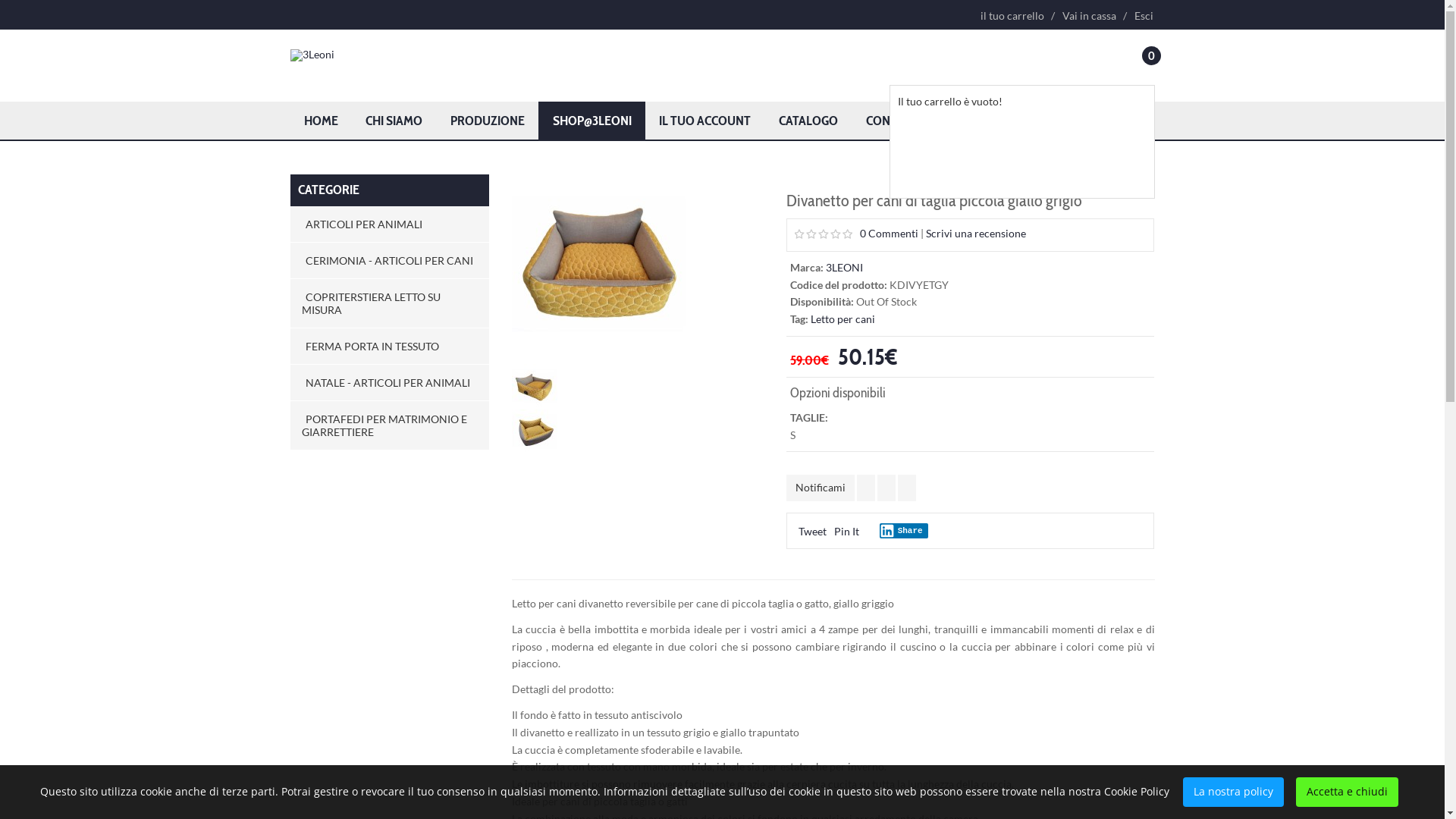  What do you see at coordinates (394, 119) in the screenshot?
I see `'CHI SIAMO'` at bounding box center [394, 119].